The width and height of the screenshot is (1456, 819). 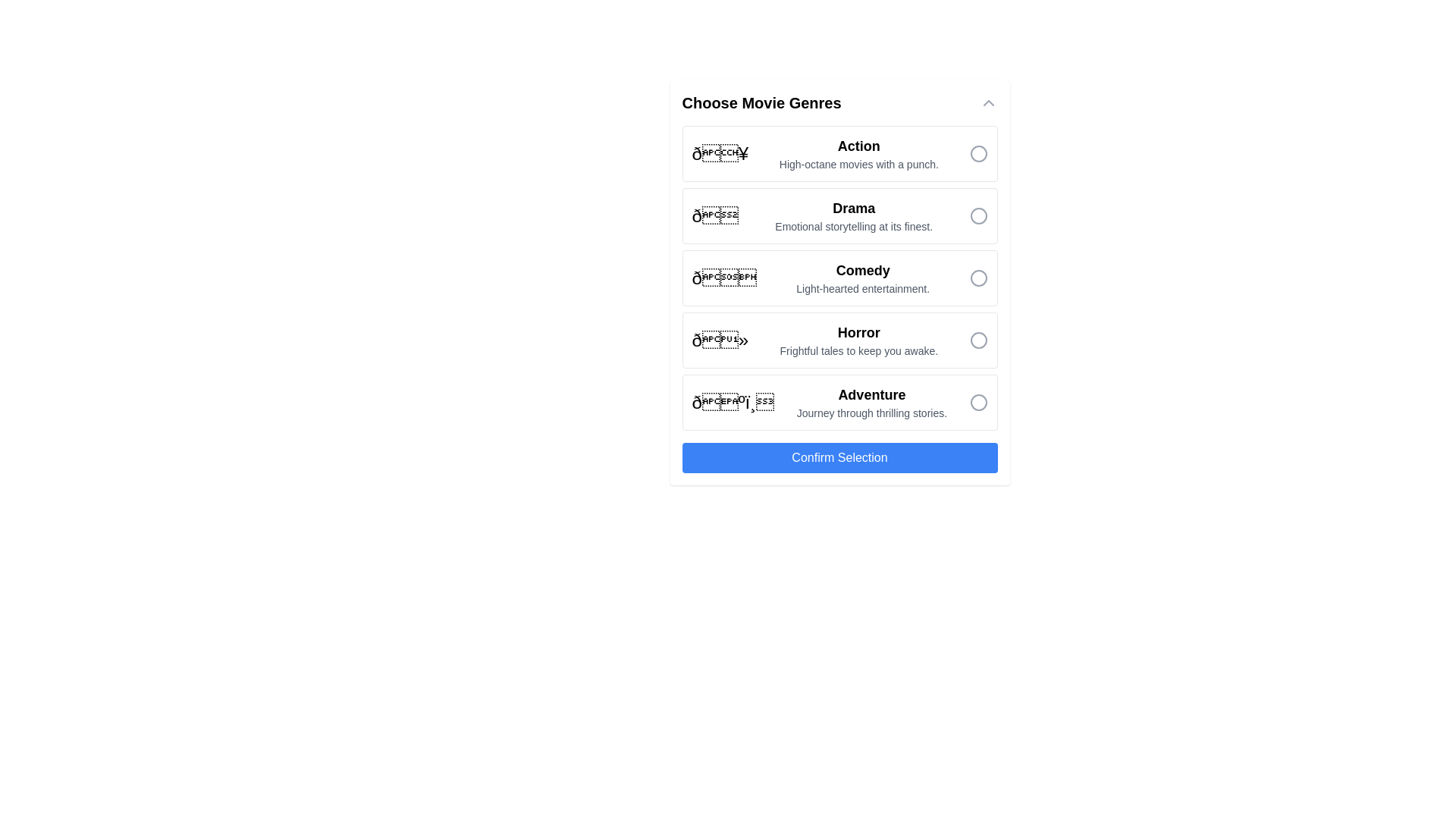 What do you see at coordinates (978, 216) in the screenshot?
I see `the radio button for the 'Drama' genre` at bounding box center [978, 216].